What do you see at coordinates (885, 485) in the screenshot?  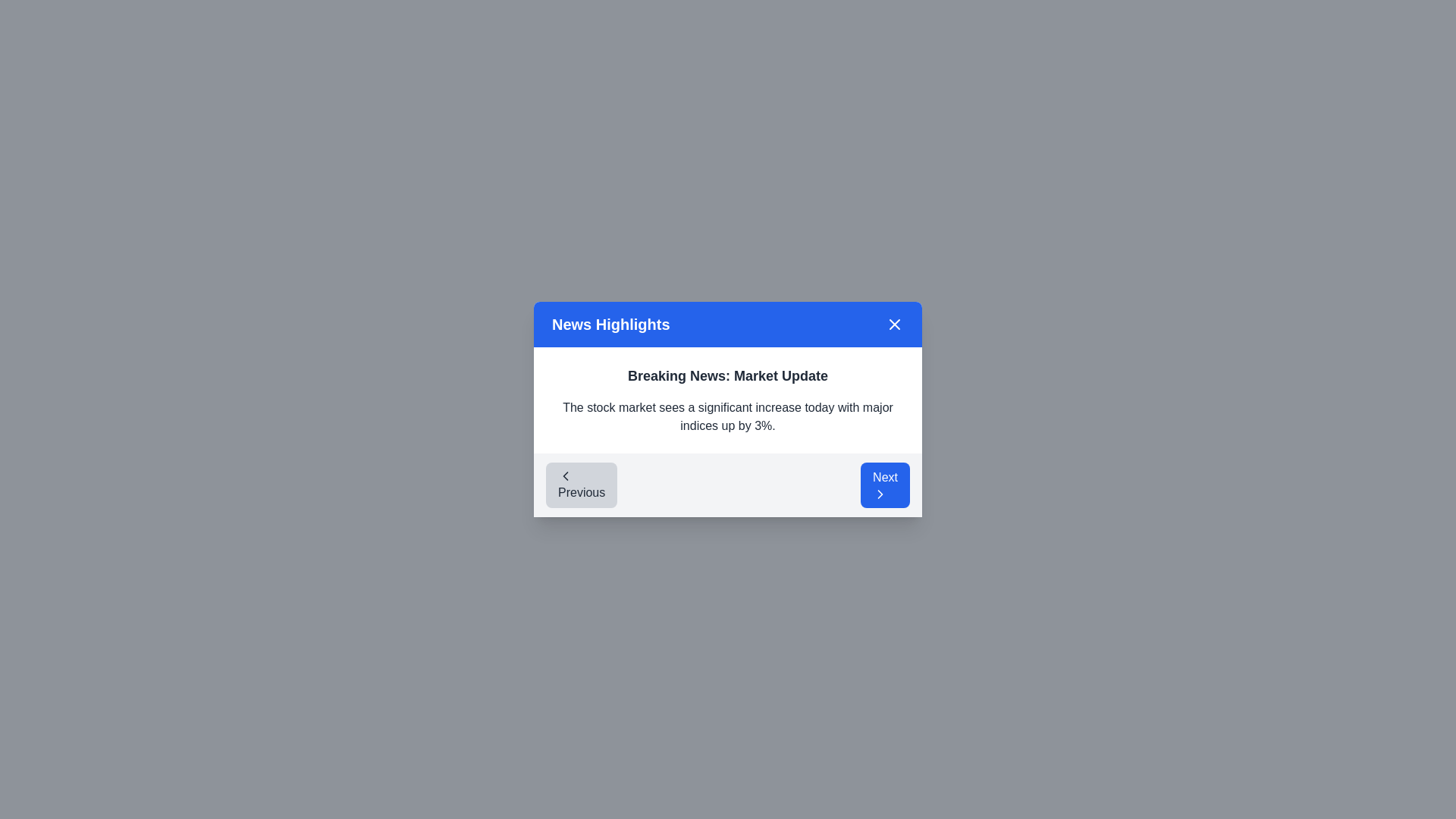 I see `the navigation button located at the bottom right of the modal dialog to observe its color change` at bounding box center [885, 485].